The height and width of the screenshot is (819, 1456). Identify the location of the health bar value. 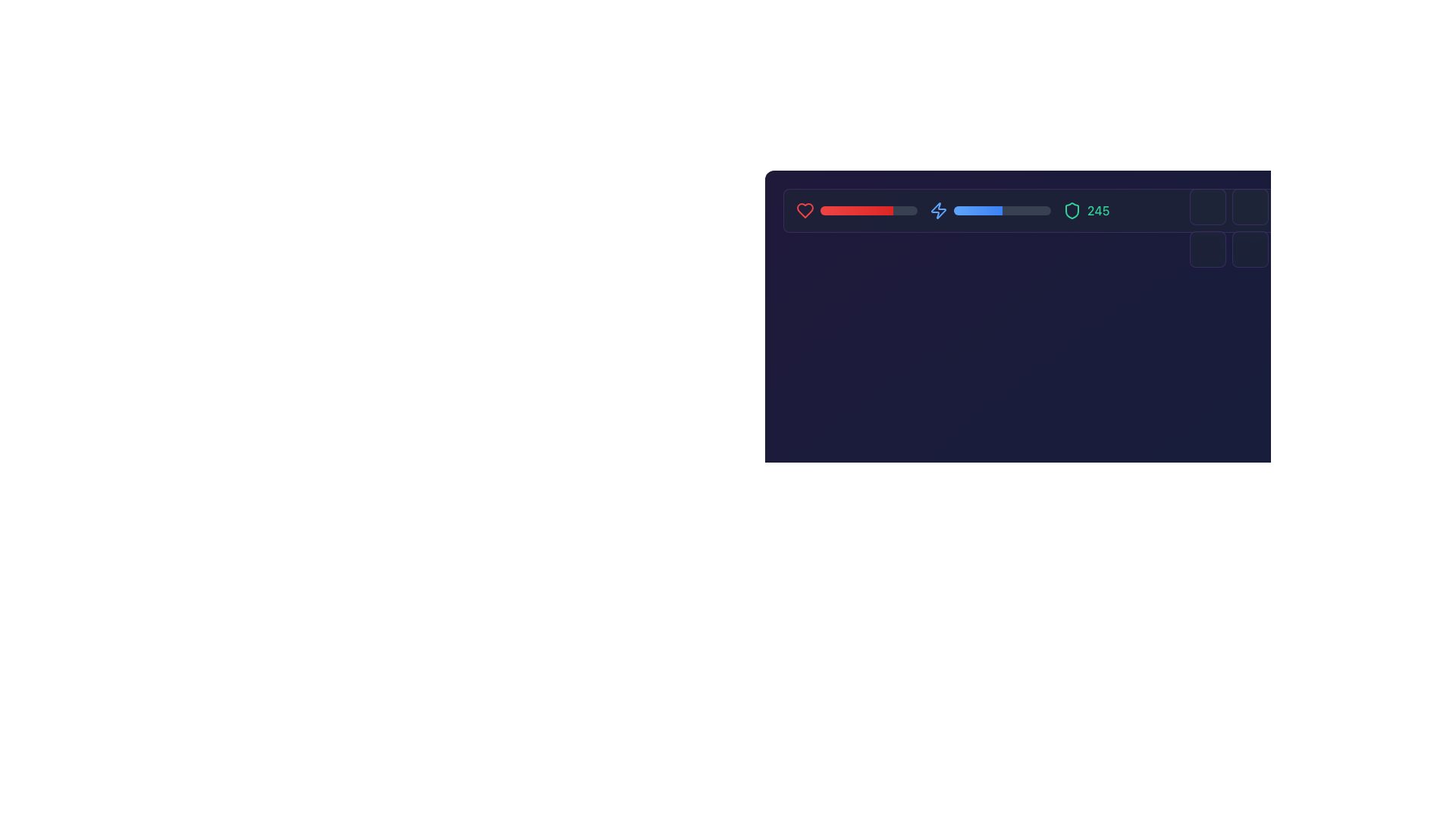
(843, 210).